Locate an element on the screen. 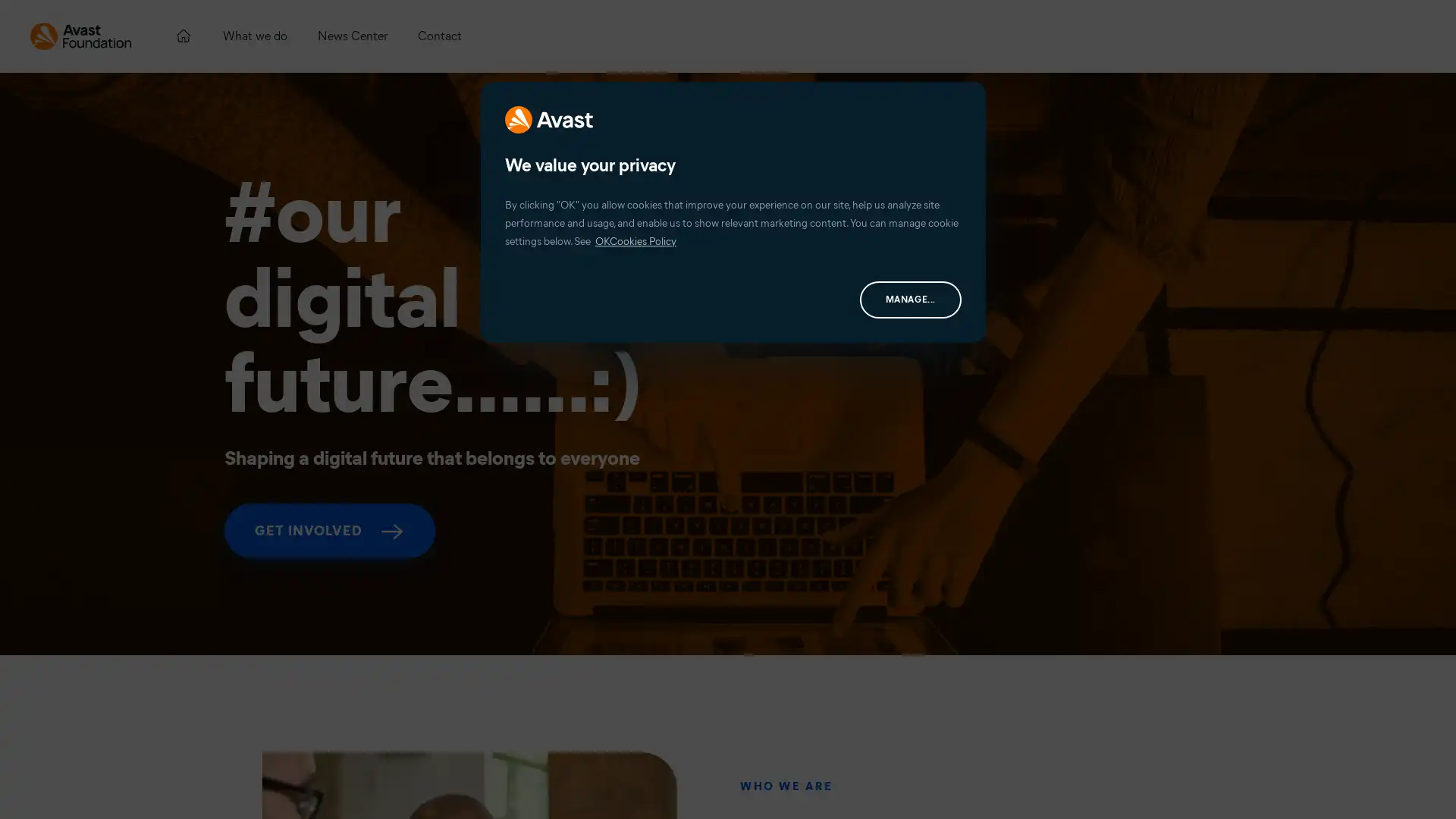 Image resolution: width=1456 pixels, height=819 pixels. MANAGE... is located at coordinates (910, 299).